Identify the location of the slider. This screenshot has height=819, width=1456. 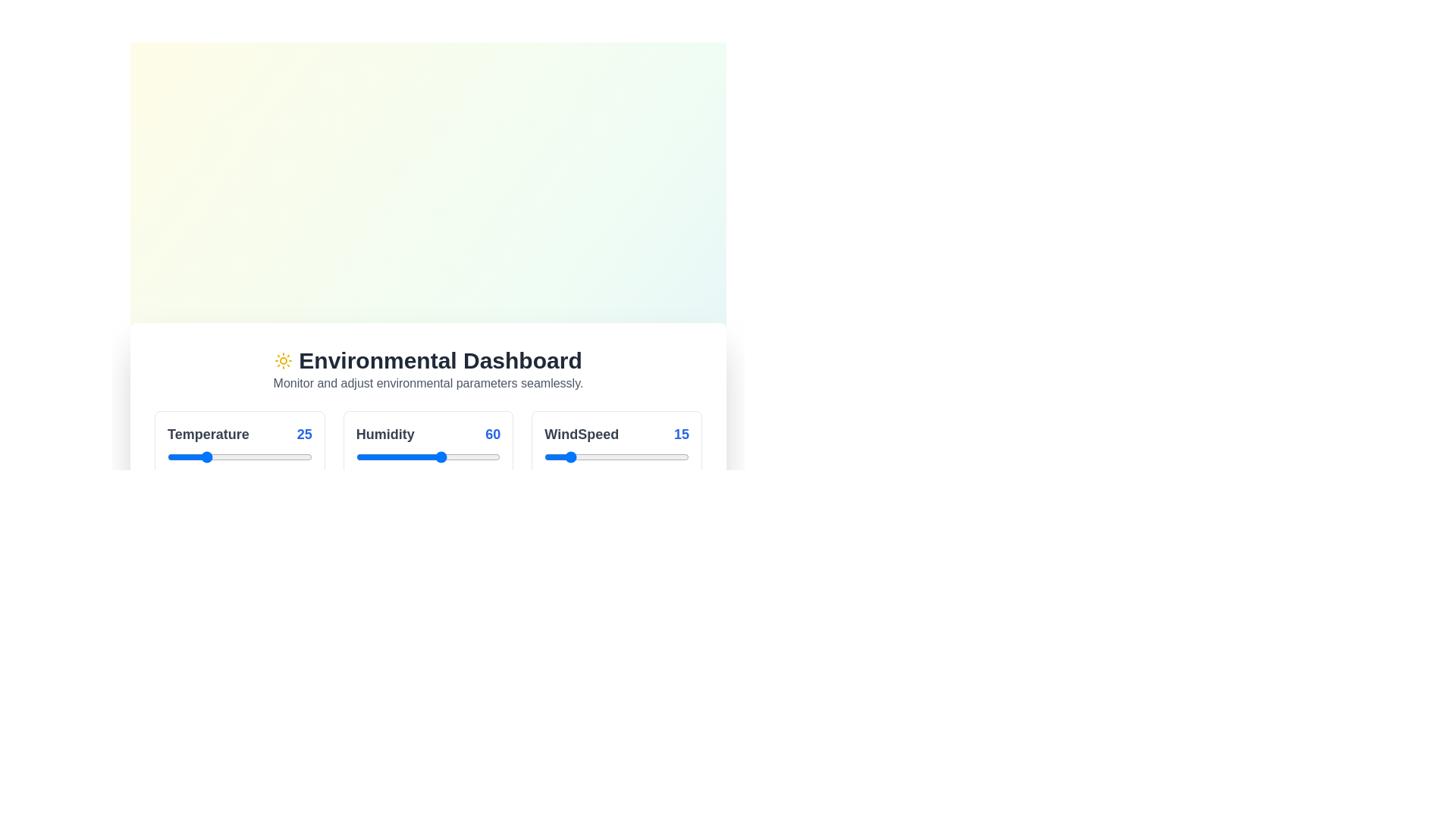
(240, 456).